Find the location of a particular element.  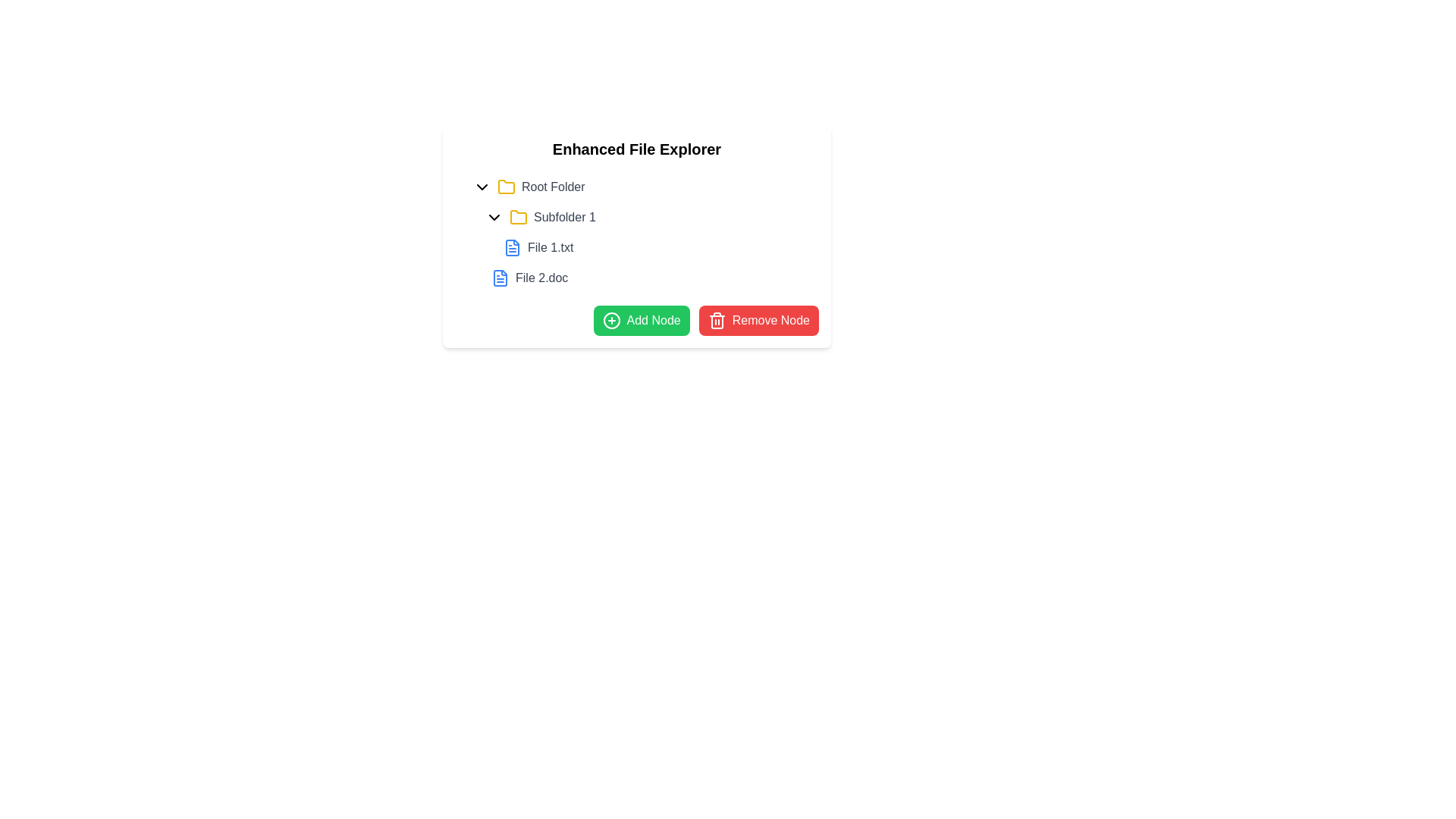

the 'Root Folder' text label, which is styled in gray and positioned to the right of a yellow folder icon in the Enhanced File Explorer interface is located at coordinates (552, 186).